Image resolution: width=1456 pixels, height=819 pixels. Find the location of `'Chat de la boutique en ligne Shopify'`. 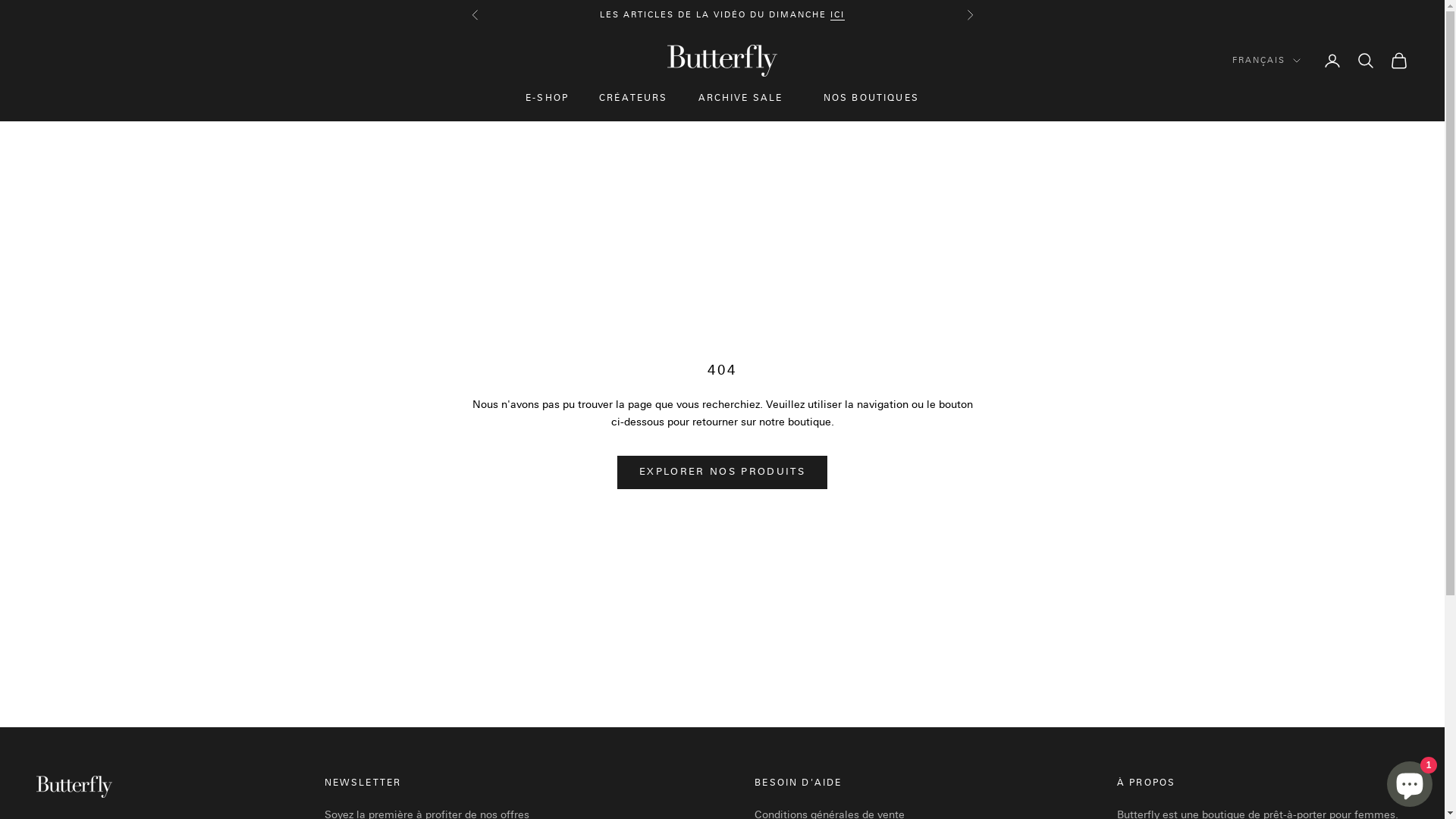

'Chat de la boutique en ligne Shopify' is located at coordinates (1408, 780).